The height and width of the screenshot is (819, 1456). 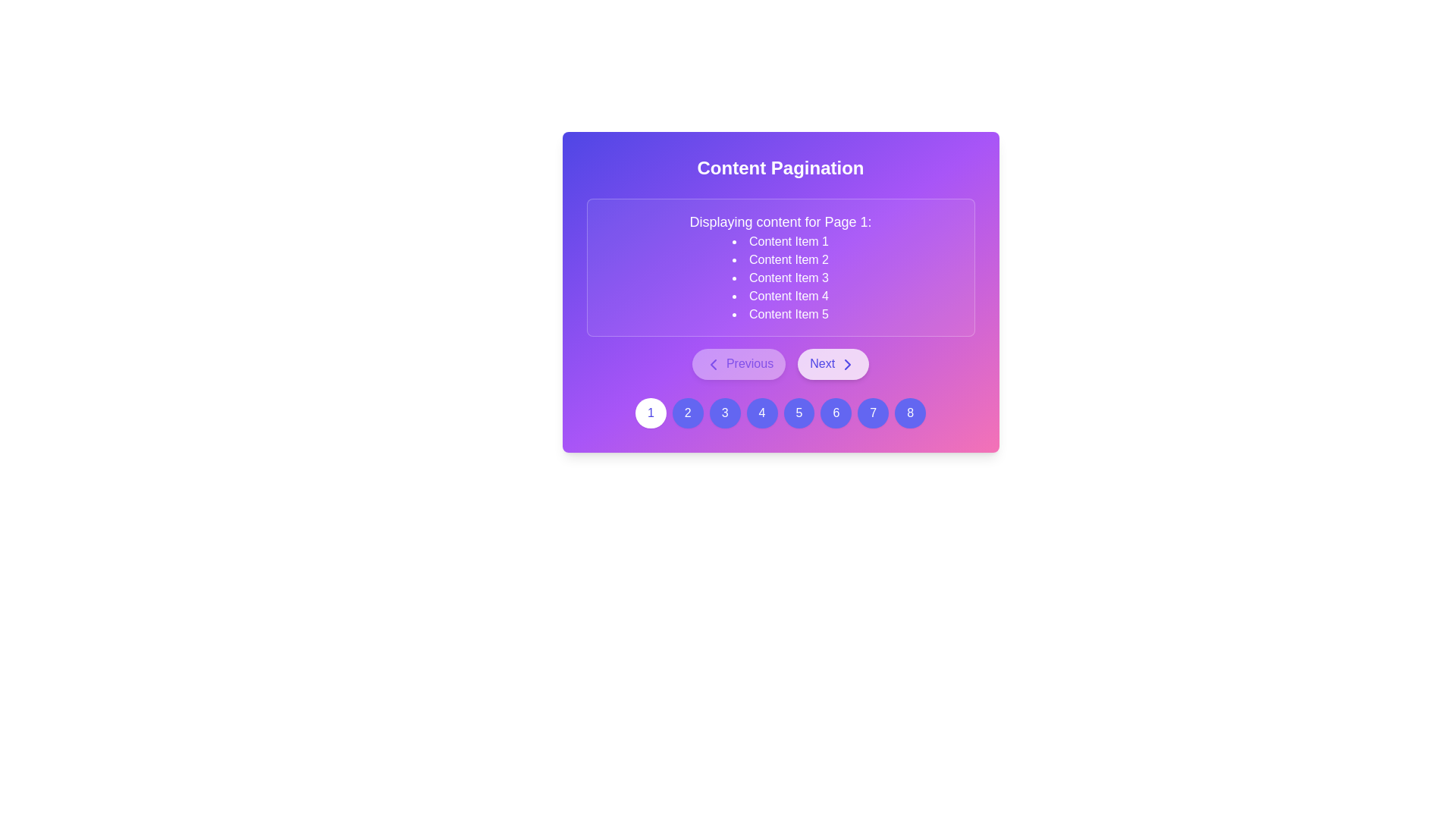 What do you see at coordinates (780, 168) in the screenshot?
I see `the header text indicating the theme or purpose of the interface related to content pagination, located at the top of the gradient-colored box` at bounding box center [780, 168].